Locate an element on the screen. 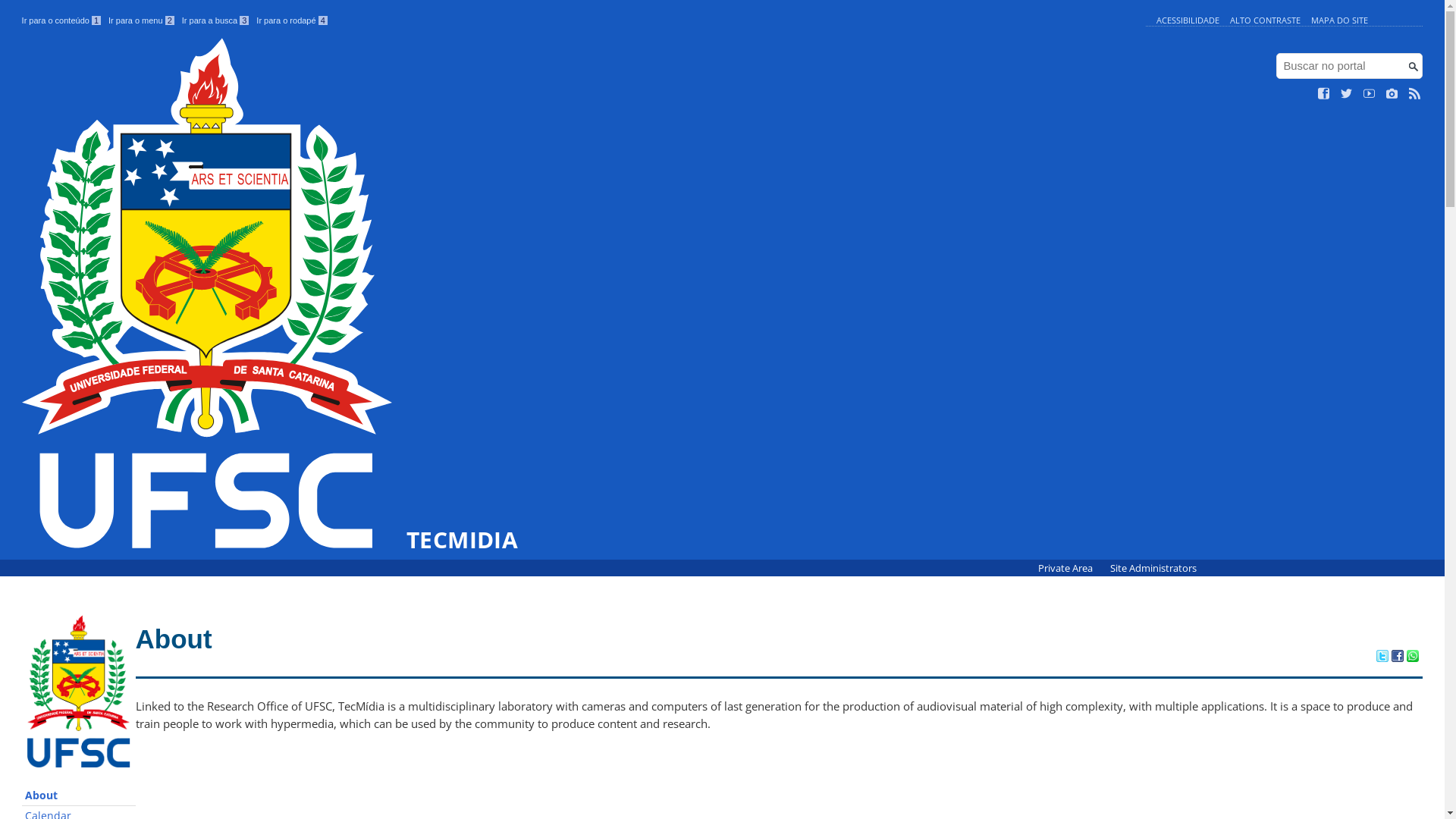  'Private Area' is located at coordinates (1065, 568).